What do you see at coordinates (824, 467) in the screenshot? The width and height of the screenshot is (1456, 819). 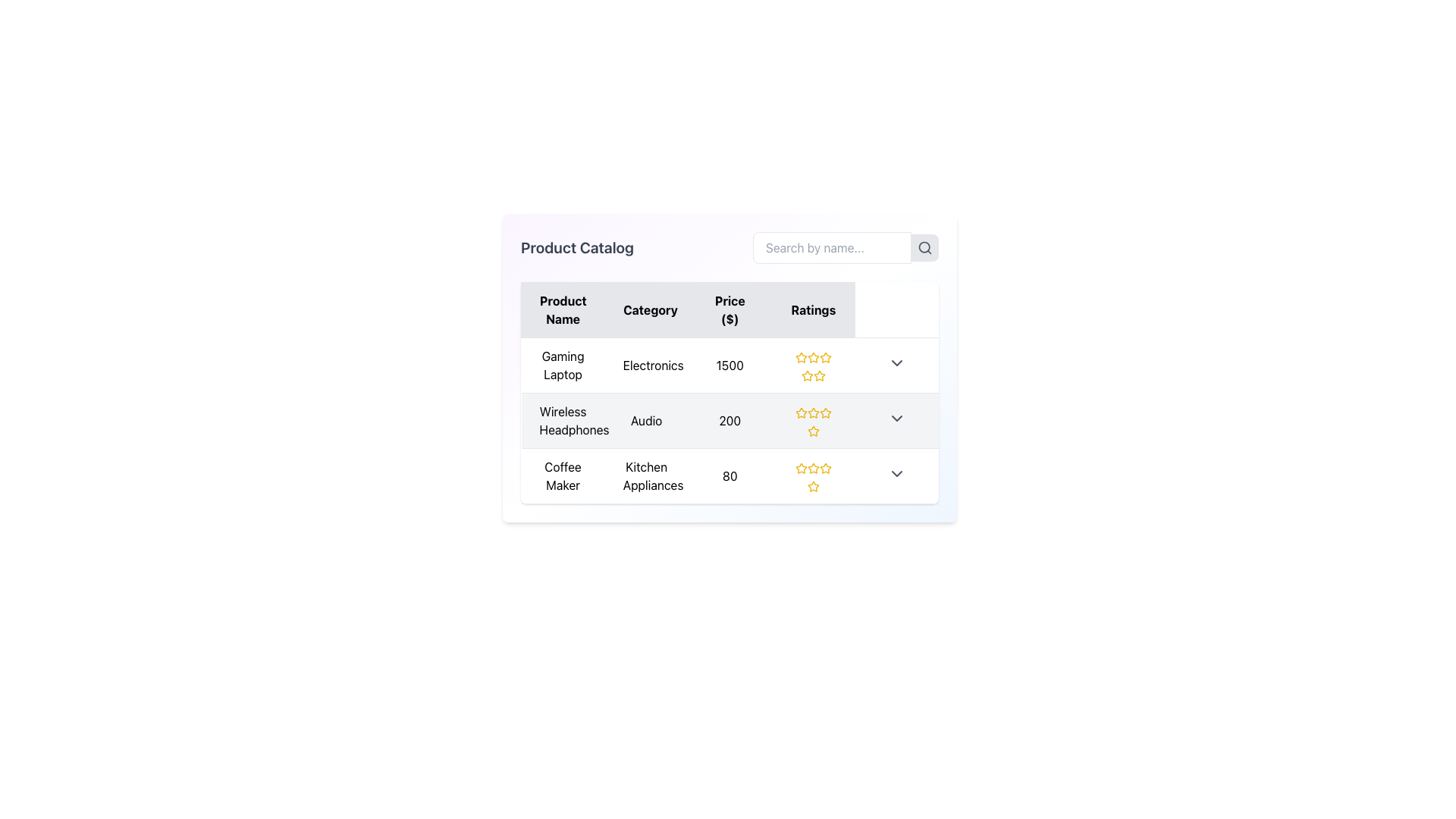 I see `the fifth star icon in the ratings column of the Coffee Maker product to set or view the rating` at bounding box center [824, 467].